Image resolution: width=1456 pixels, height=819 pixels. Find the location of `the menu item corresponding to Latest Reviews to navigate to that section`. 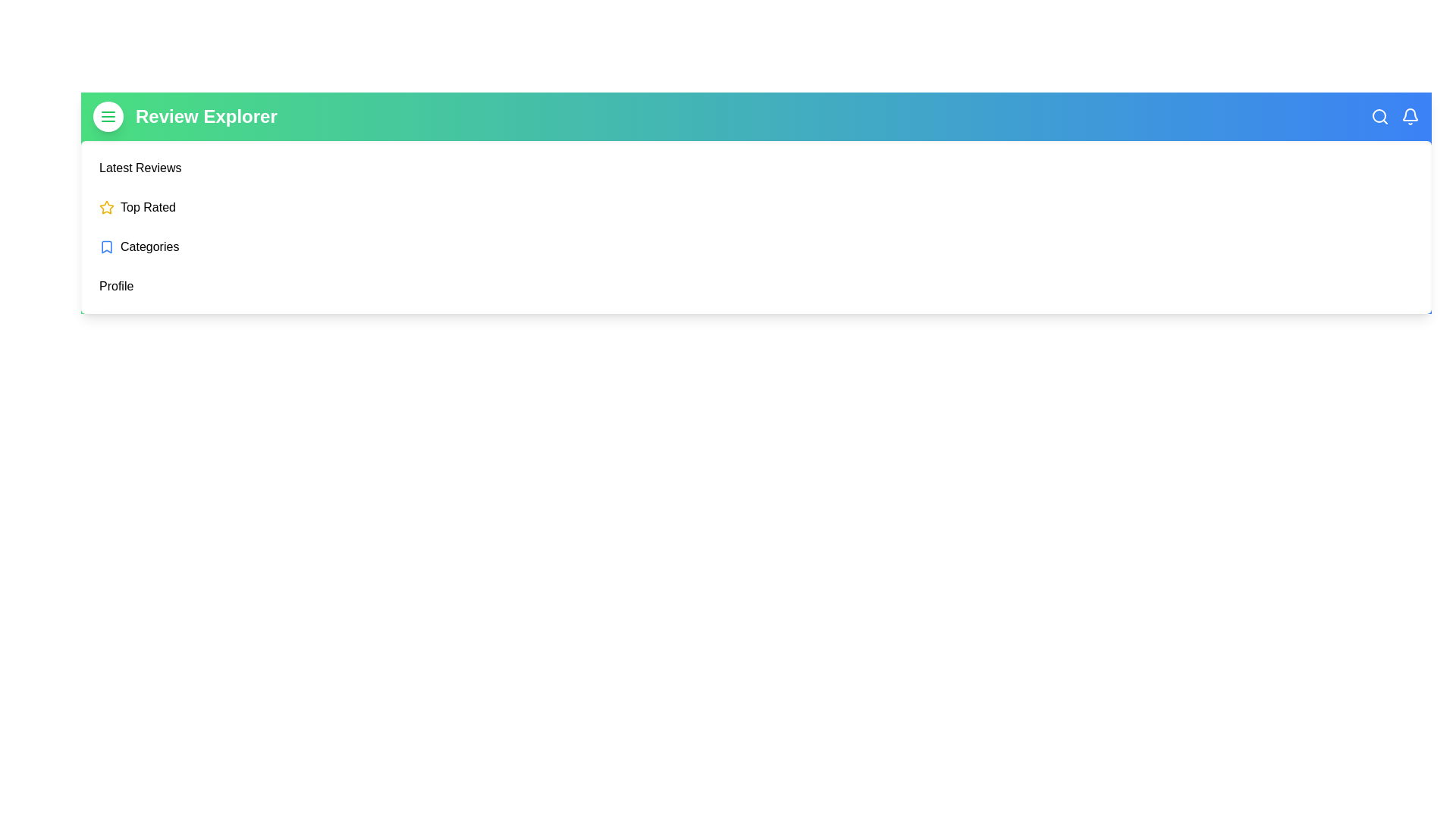

the menu item corresponding to Latest Reviews to navigate to that section is located at coordinates (140, 168).